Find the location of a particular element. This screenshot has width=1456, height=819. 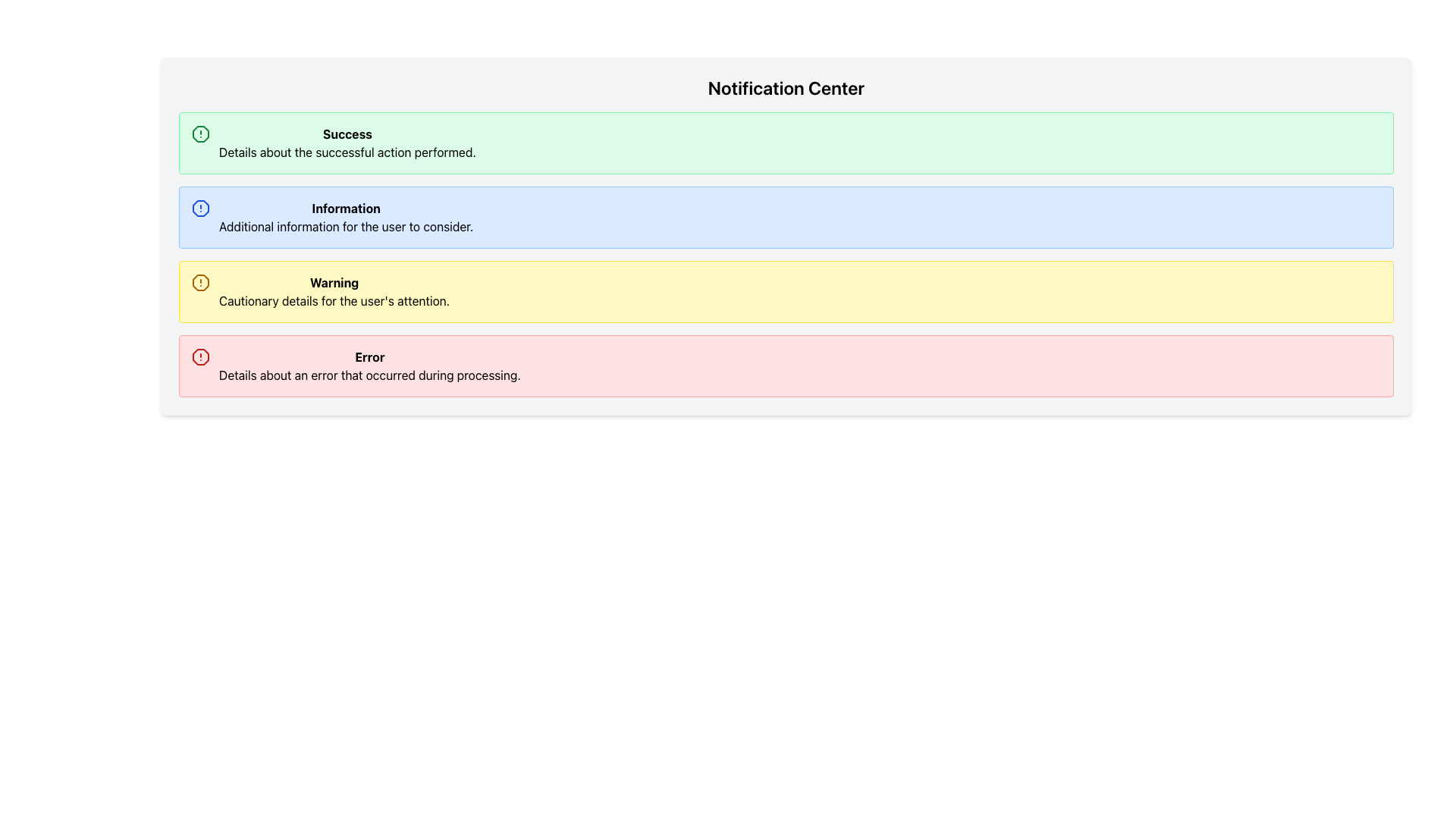

the warning icon located in the 'Warning' section with a yellow background, positioned to the left of the accompanying descriptive text is located at coordinates (199, 283).